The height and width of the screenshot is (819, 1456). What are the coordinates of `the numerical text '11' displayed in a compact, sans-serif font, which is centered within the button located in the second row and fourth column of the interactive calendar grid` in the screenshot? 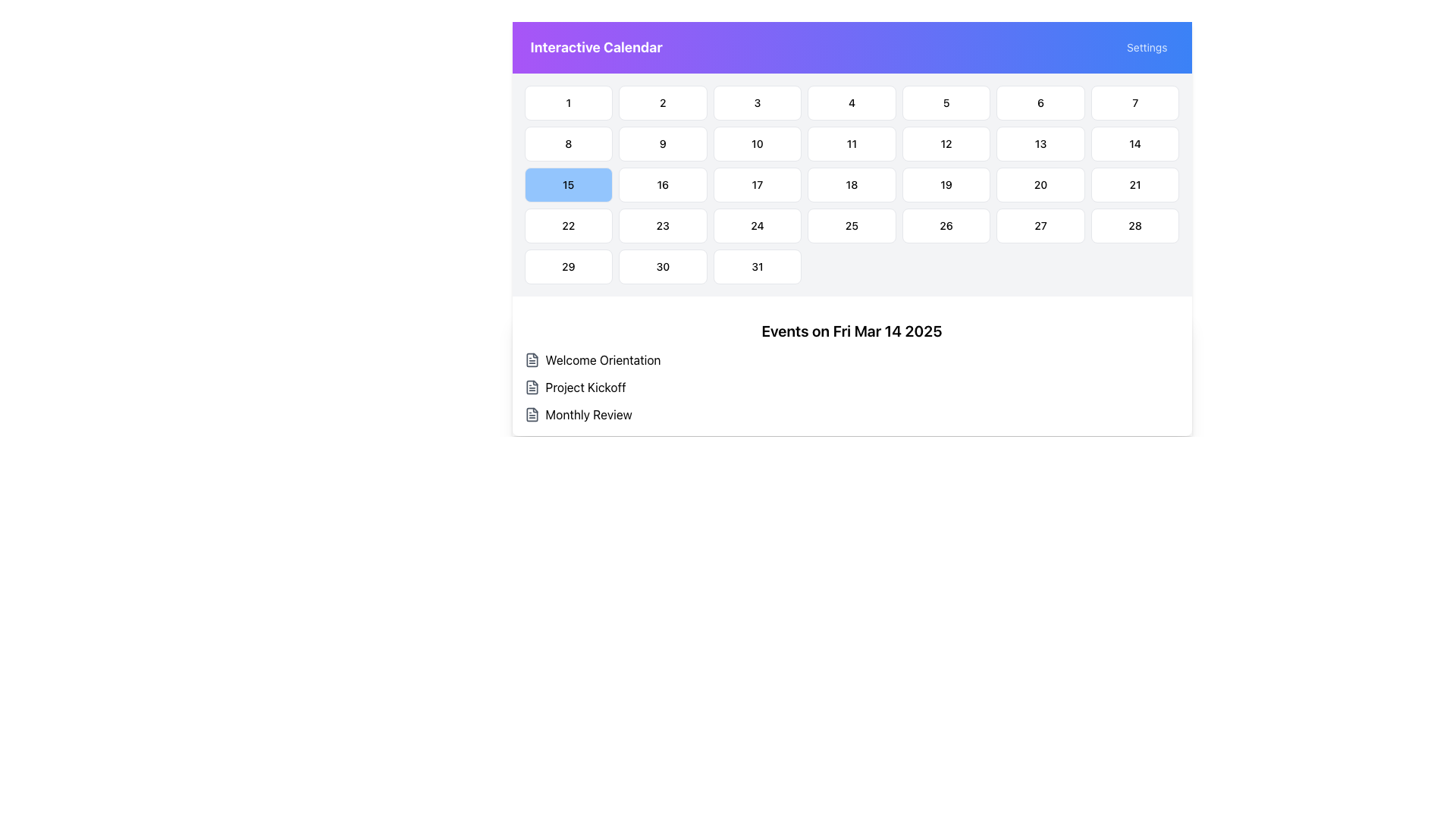 It's located at (852, 143).